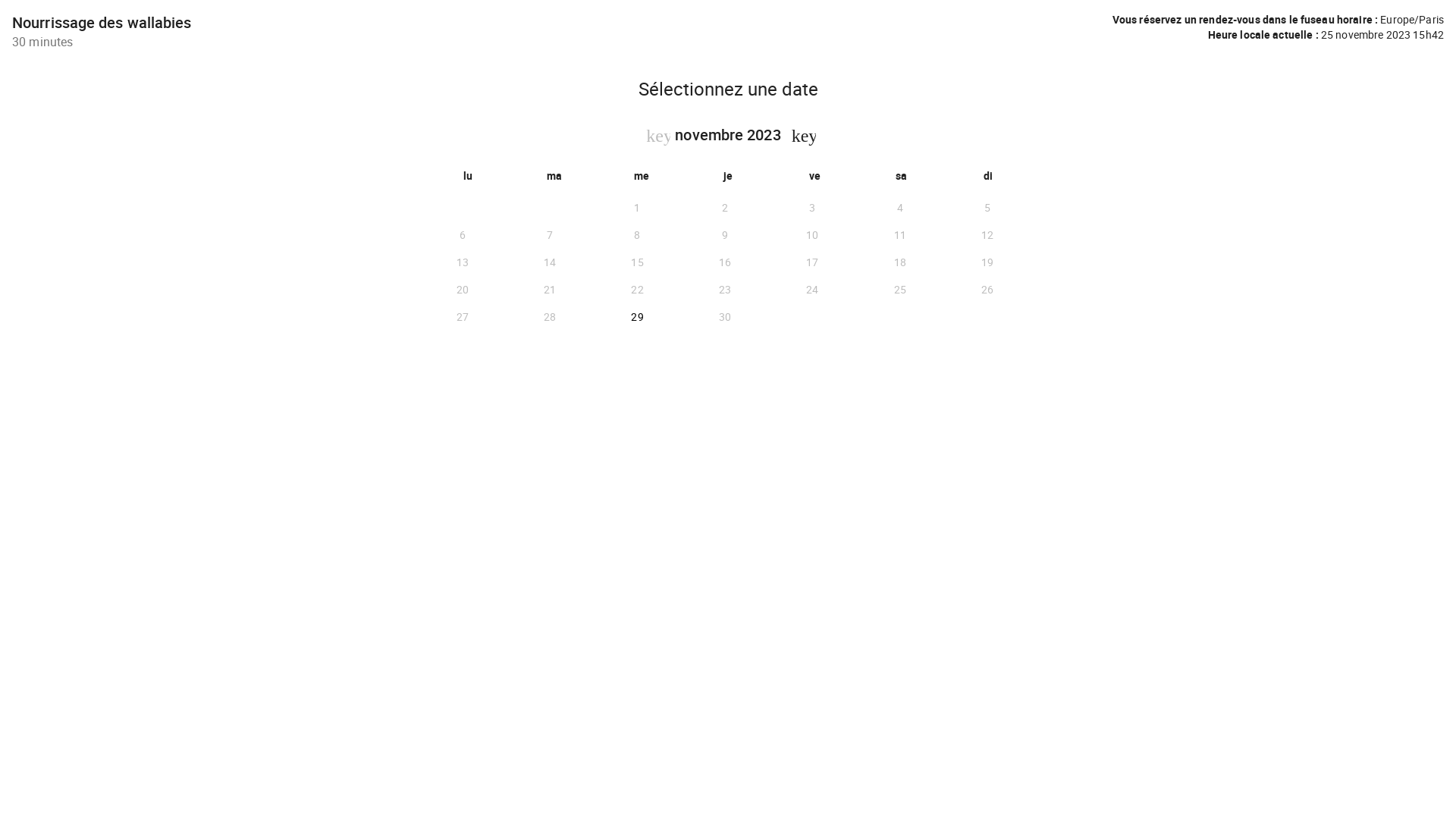 This screenshot has height=819, width=1456. Describe the element at coordinates (899, 234) in the screenshot. I see `'11'` at that location.